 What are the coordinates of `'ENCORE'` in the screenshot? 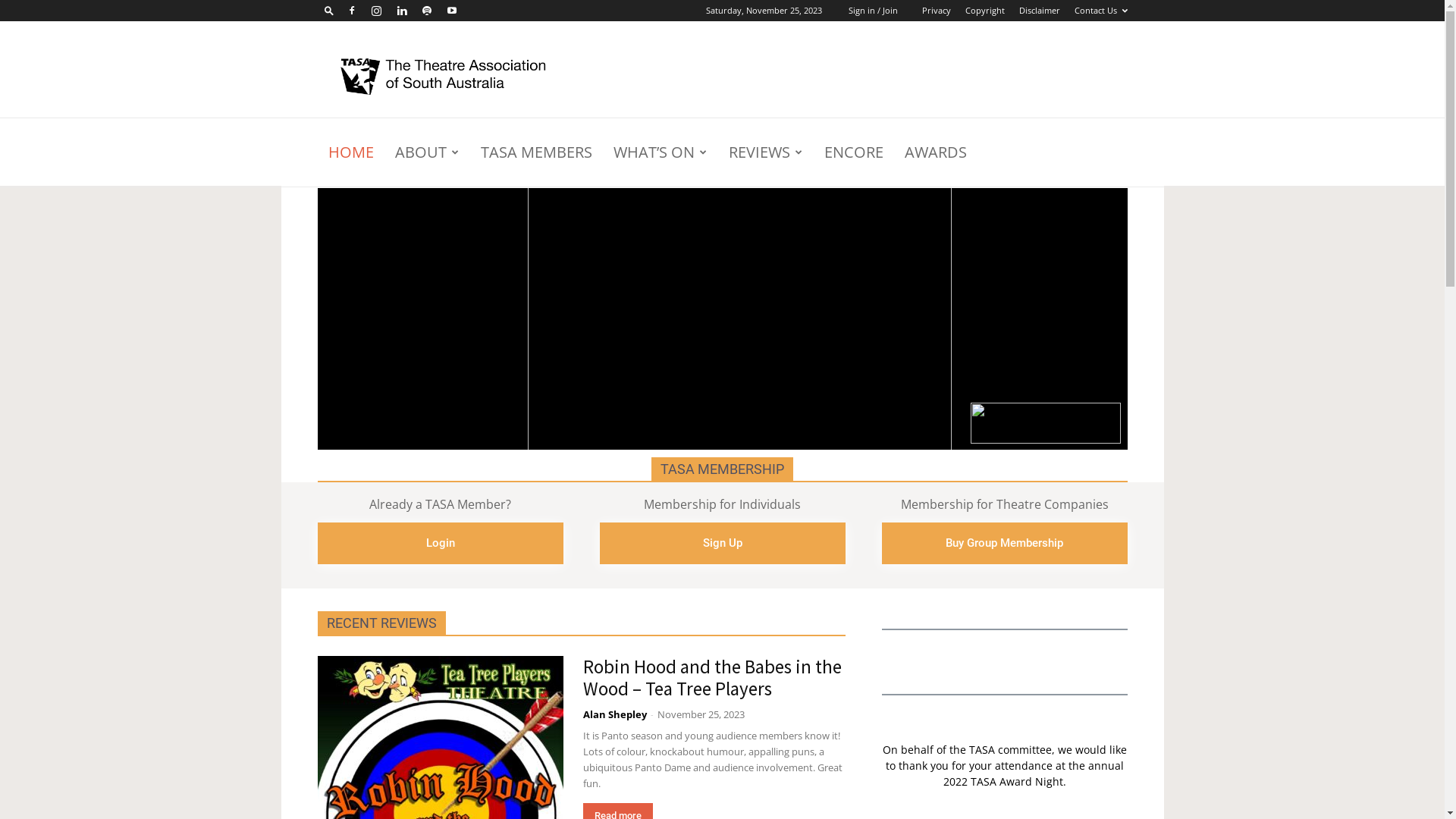 It's located at (852, 152).